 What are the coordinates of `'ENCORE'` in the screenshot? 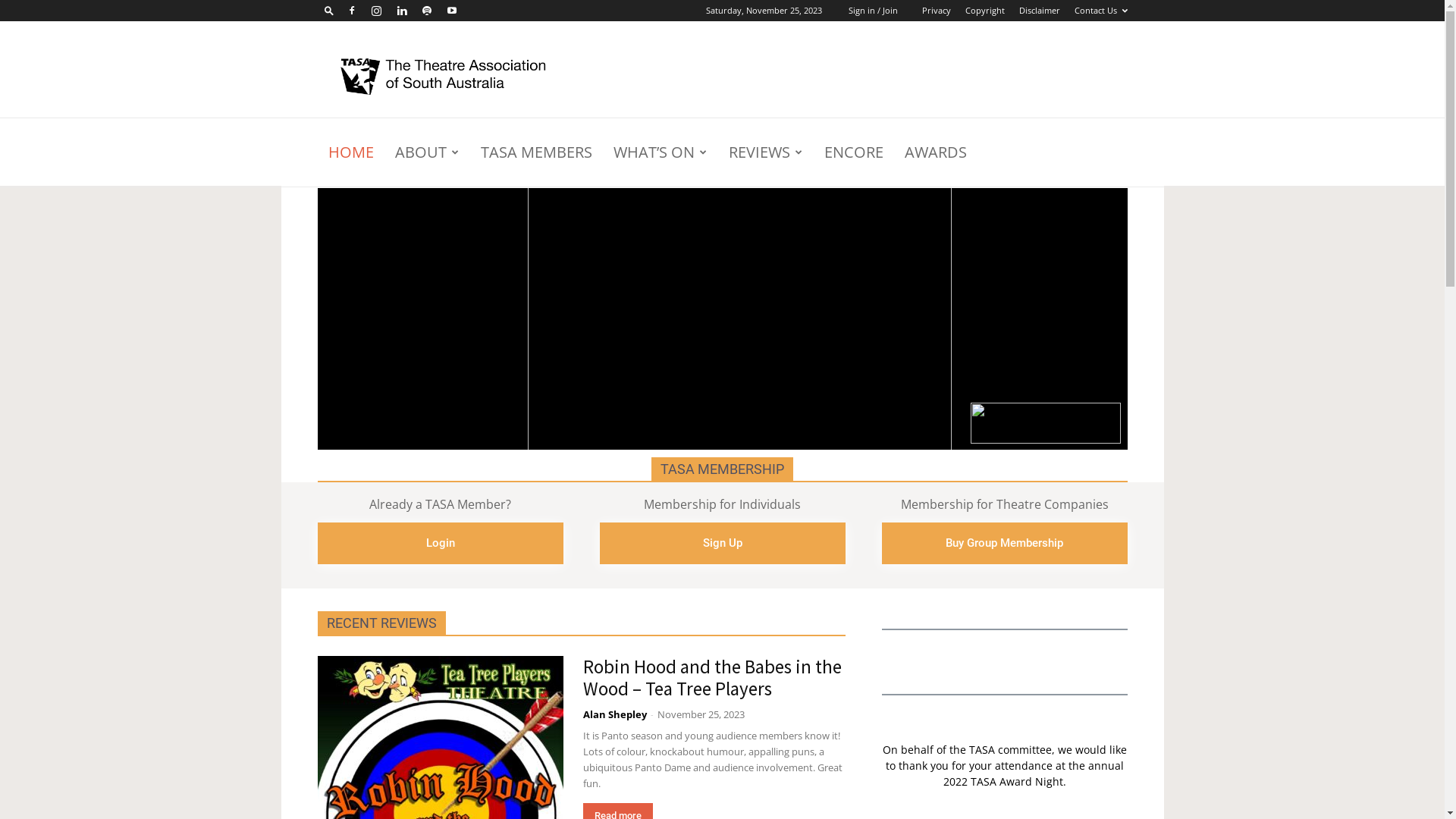 It's located at (852, 152).